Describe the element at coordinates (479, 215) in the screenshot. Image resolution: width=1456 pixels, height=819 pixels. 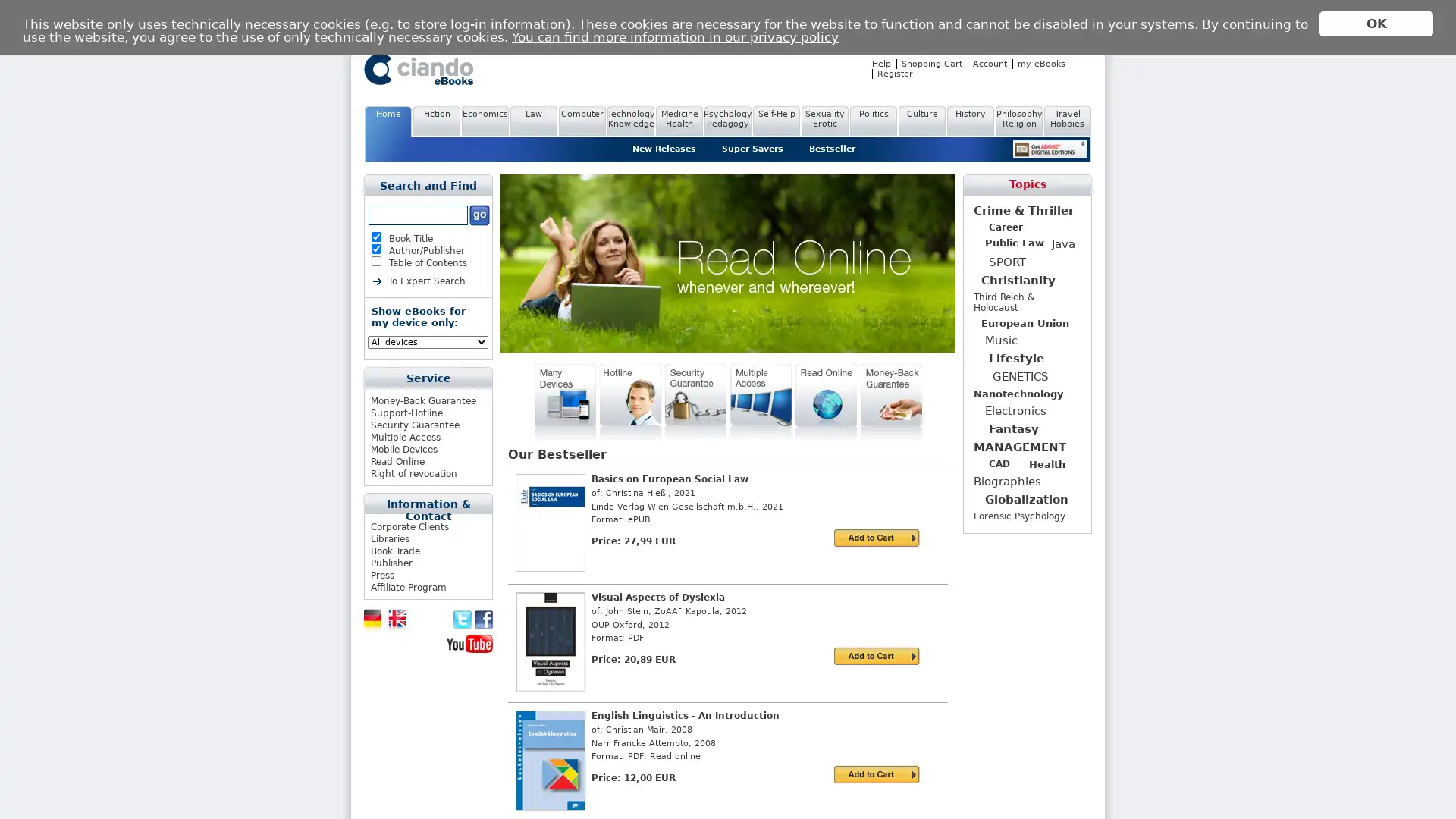
I see `Submit` at that location.